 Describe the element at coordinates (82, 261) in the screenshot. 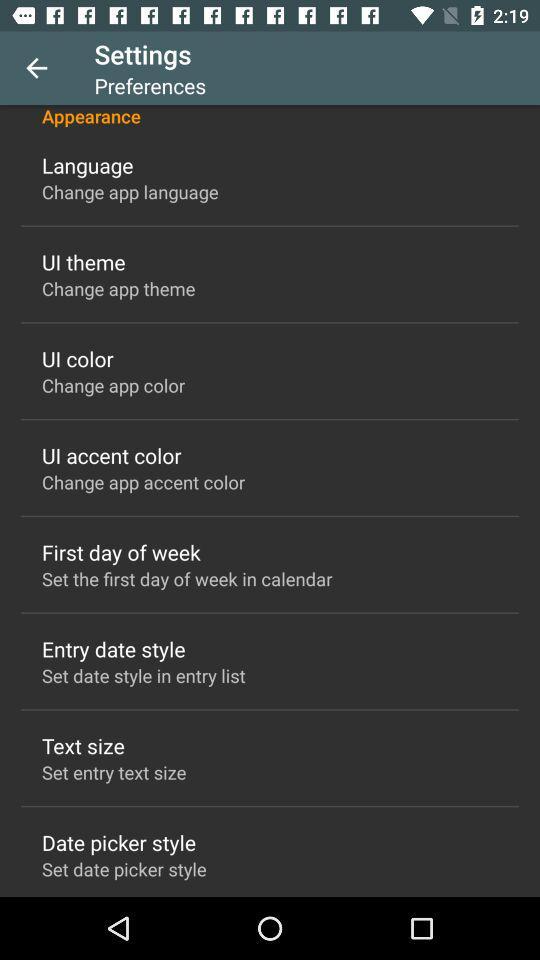

I see `item above change app theme item` at that location.